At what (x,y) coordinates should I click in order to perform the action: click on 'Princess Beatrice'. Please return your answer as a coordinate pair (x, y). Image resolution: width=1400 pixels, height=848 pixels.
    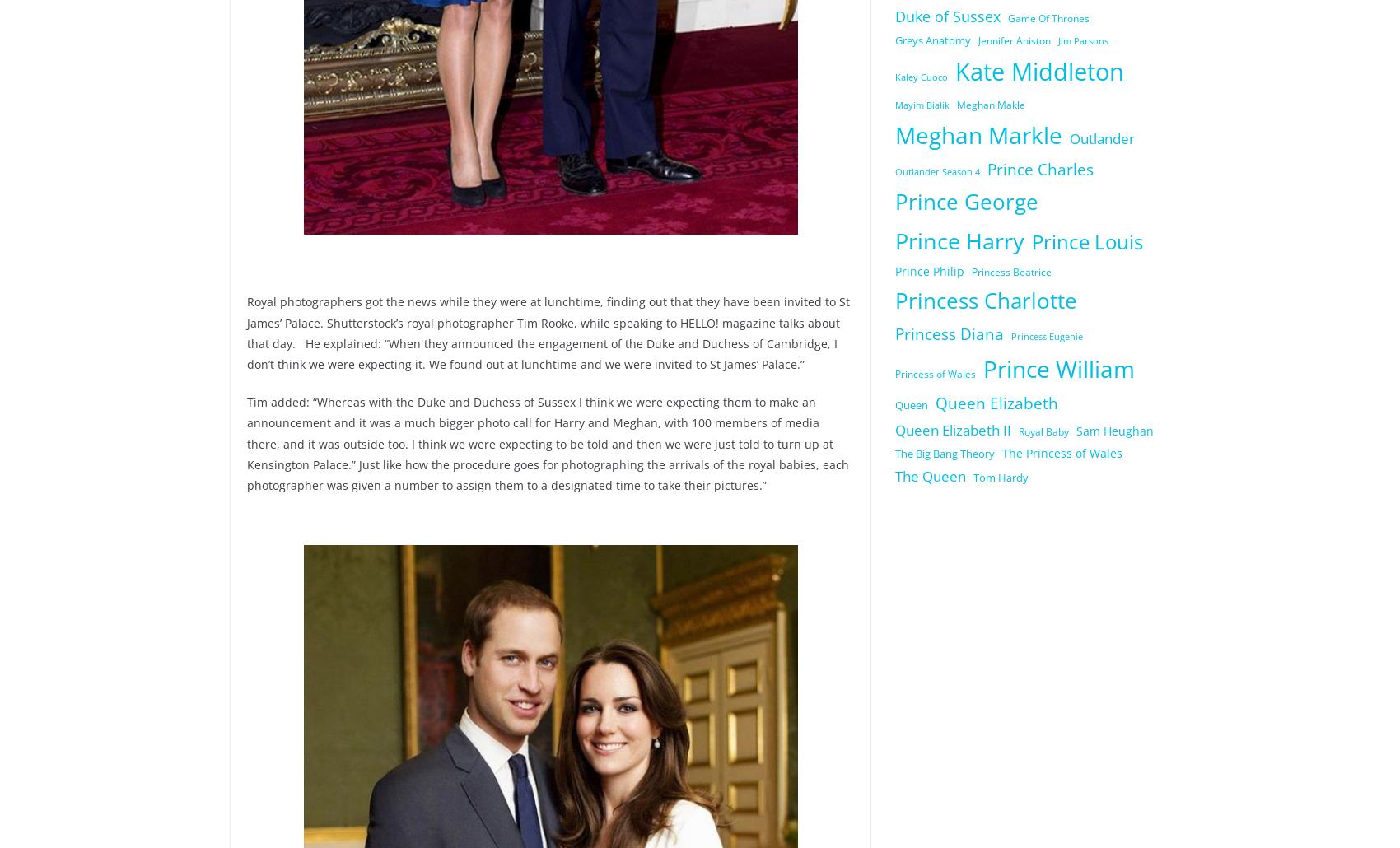
    Looking at the image, I should click on (1010, 271).